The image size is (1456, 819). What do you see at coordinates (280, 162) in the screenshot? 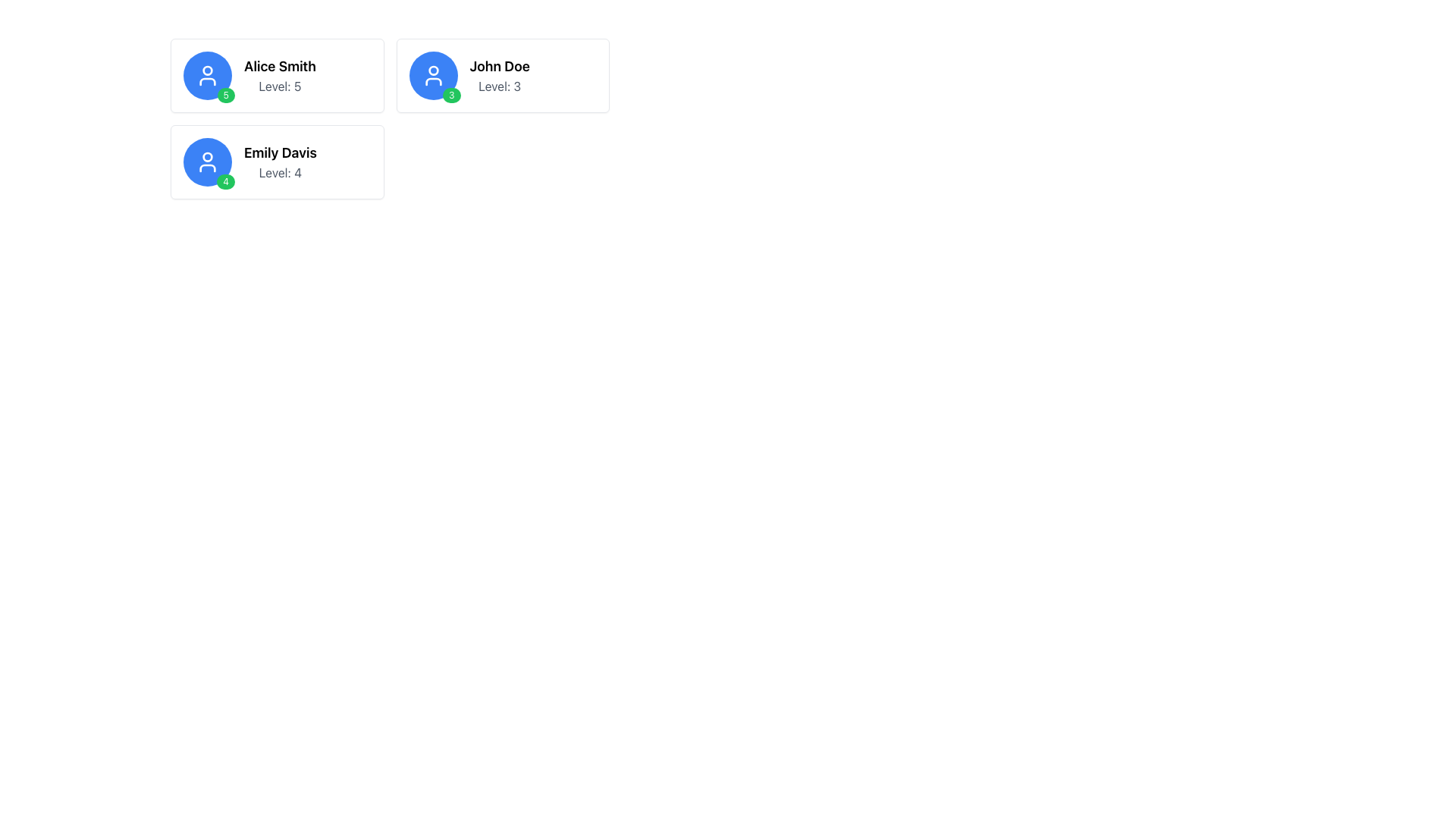
I see `user profile information displayed in the Text Display Element, which includes the name 'Emily Davis' and the level '4.'` at bounding box center [280, 162].